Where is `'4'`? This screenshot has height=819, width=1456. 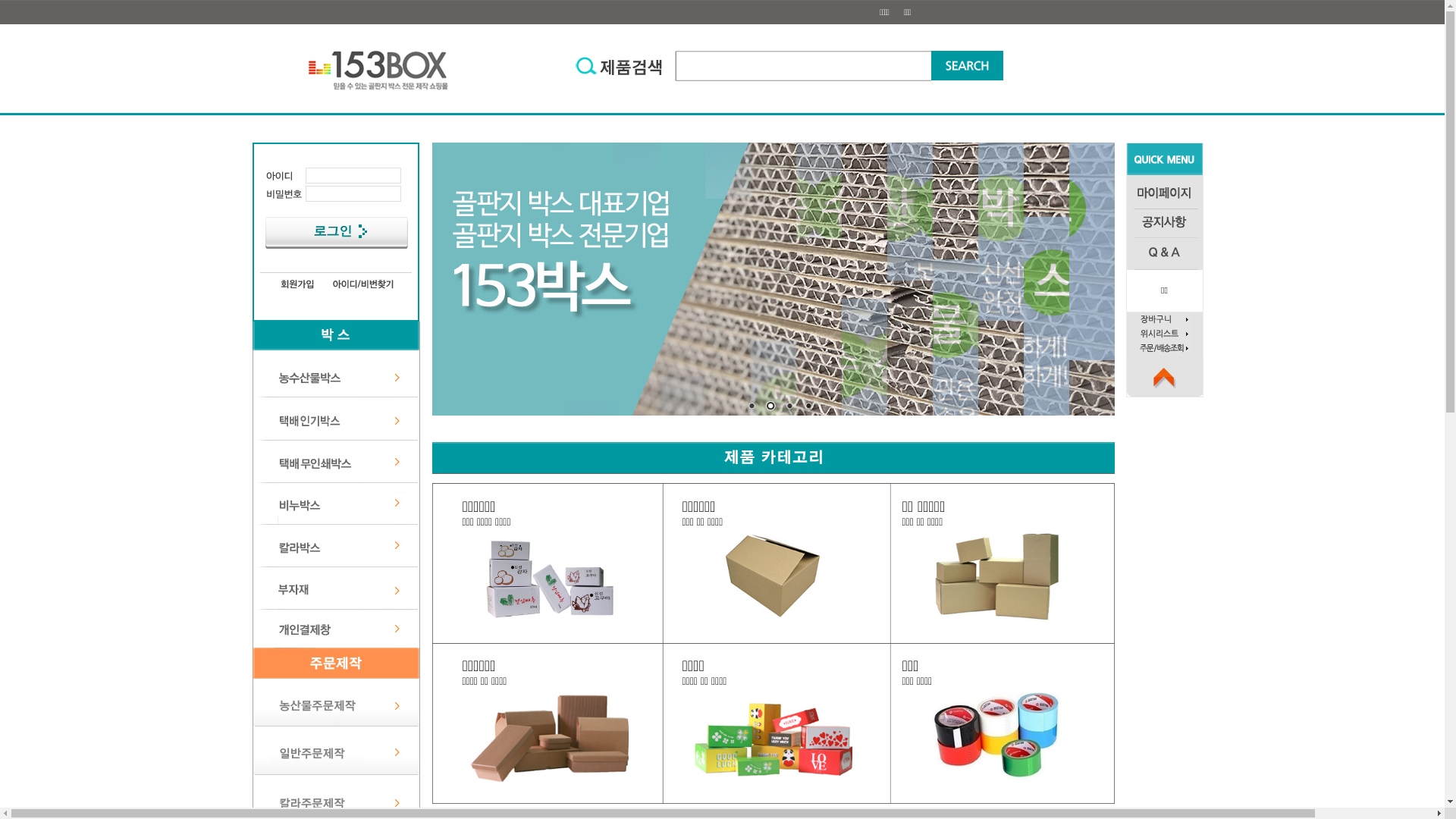 '4' is located at coordinates (807, 406).